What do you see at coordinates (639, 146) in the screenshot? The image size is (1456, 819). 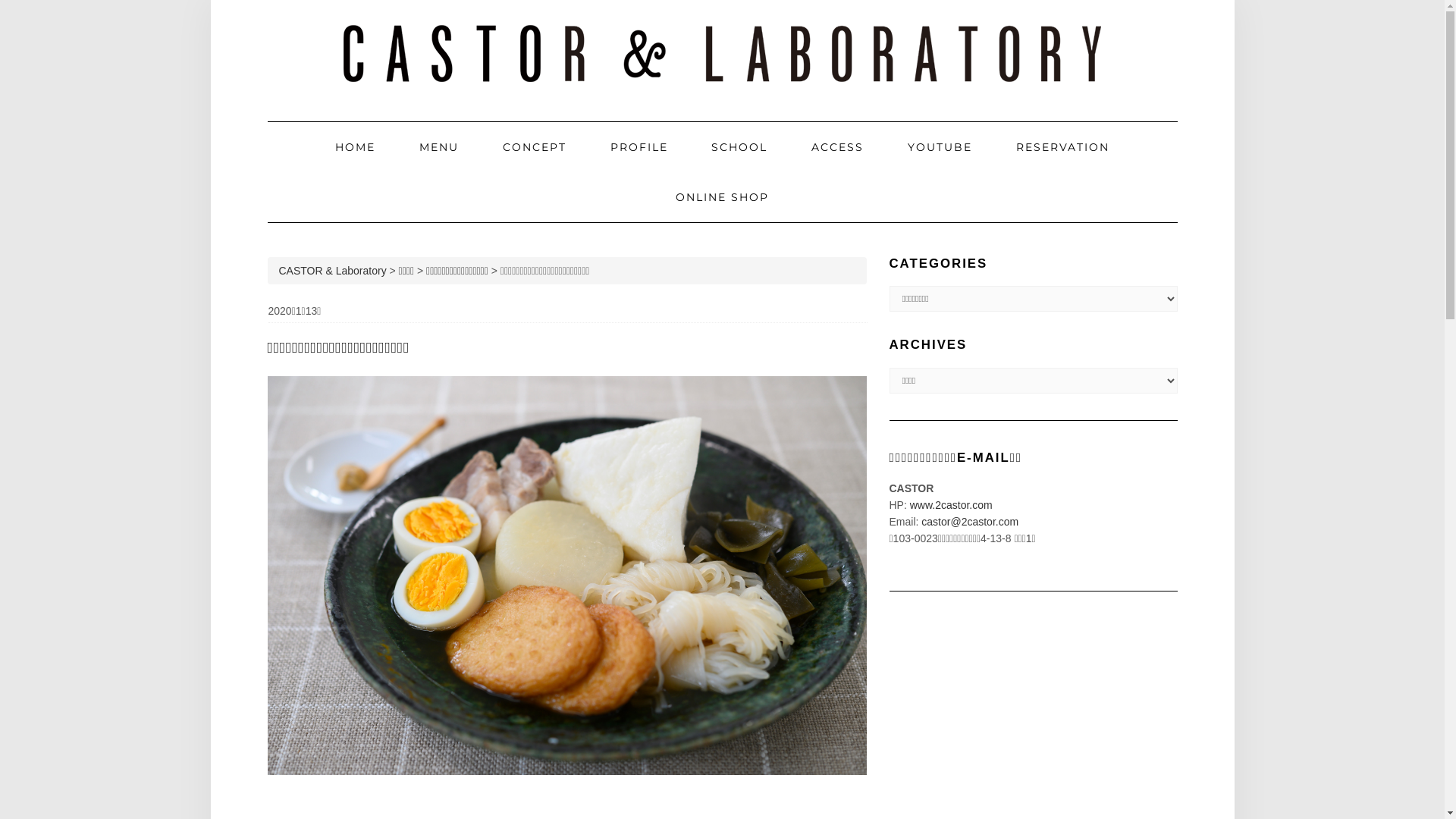 I see `'PROFILE'` at bounding box center [639, 146].